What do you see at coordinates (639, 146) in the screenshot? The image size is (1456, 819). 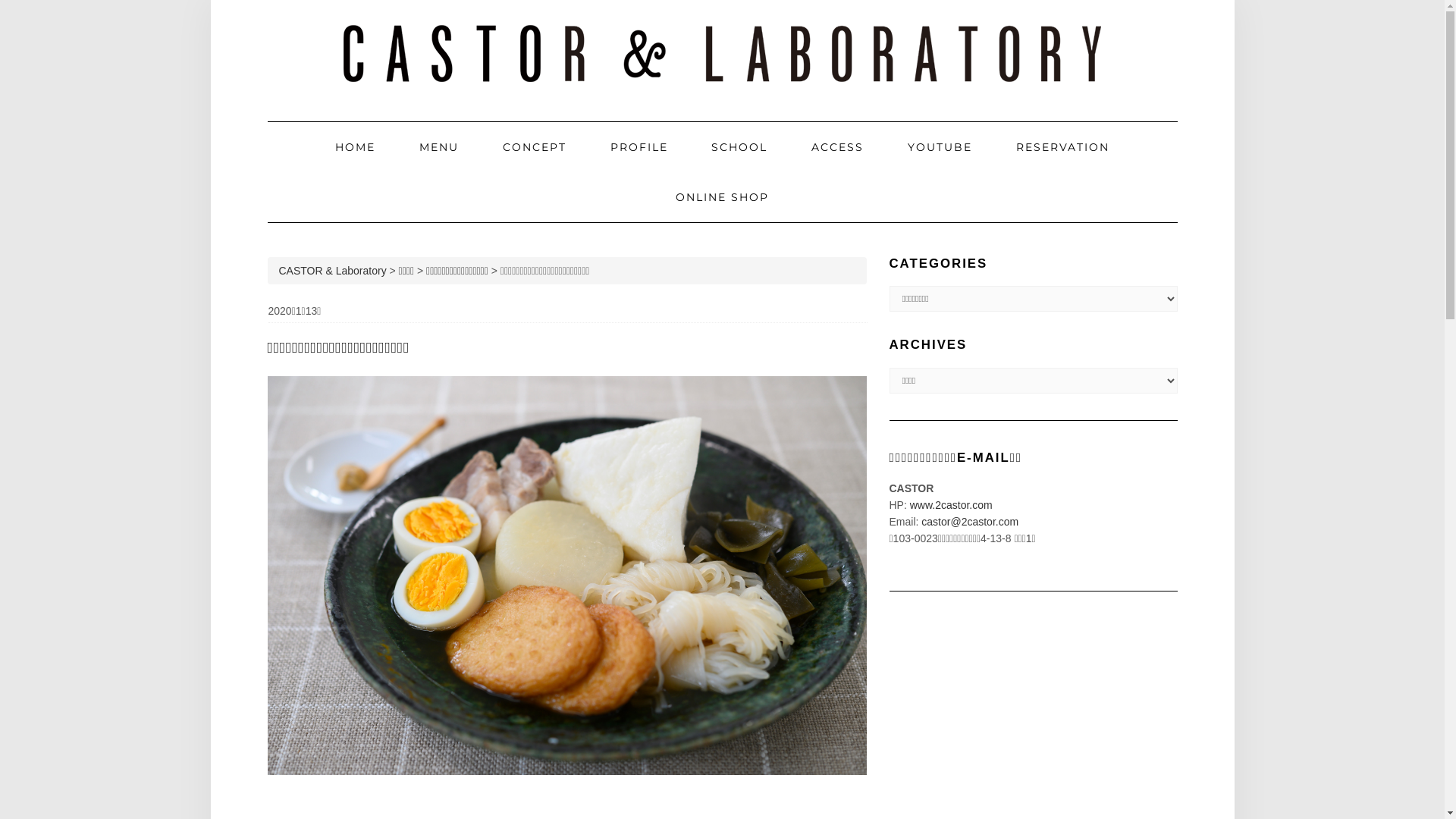 I see `'PROFILE'` at bounding box center [639, 146].